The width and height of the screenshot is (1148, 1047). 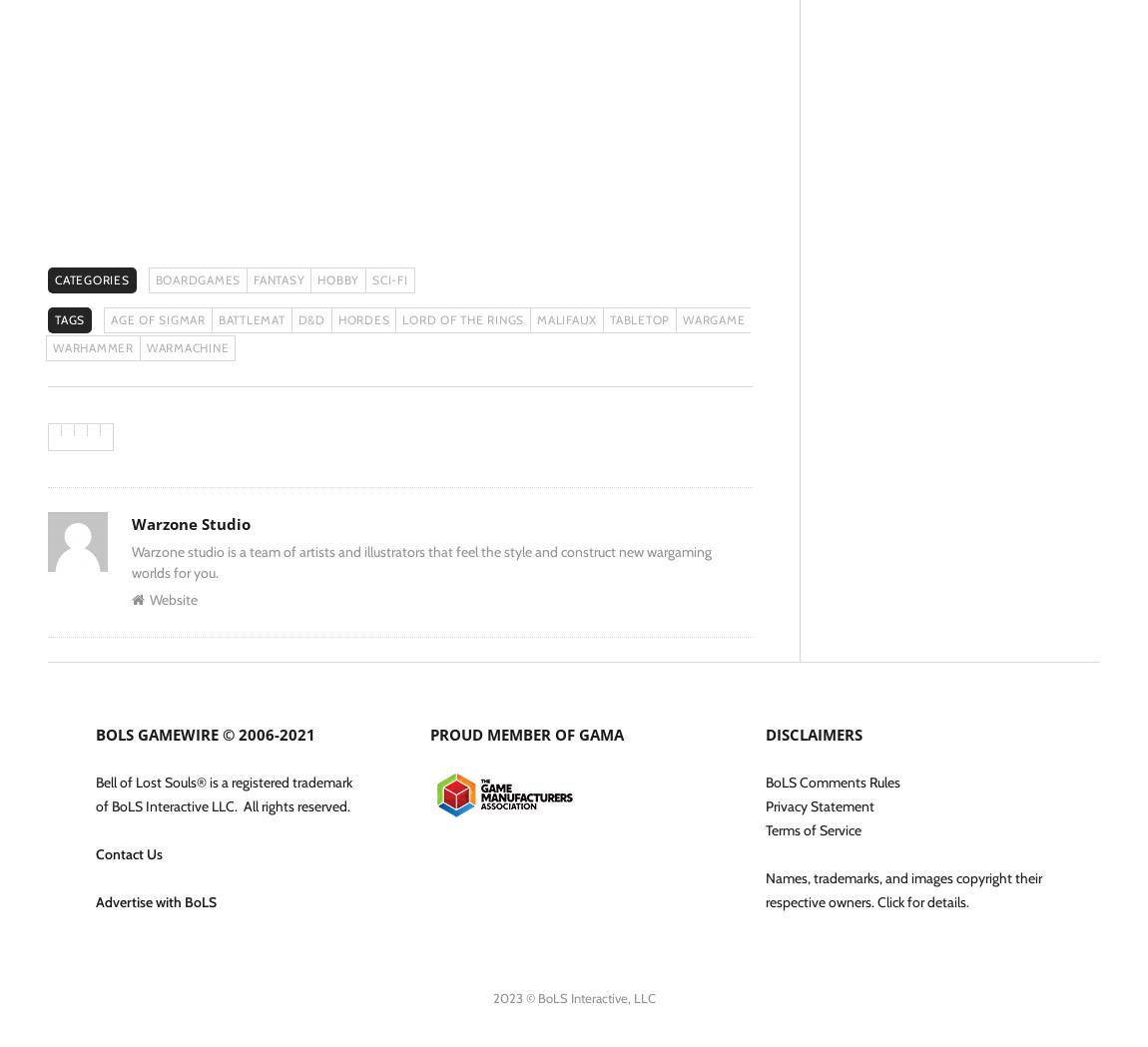 I want to click on 'malifaux', so click(x=566, y=319).